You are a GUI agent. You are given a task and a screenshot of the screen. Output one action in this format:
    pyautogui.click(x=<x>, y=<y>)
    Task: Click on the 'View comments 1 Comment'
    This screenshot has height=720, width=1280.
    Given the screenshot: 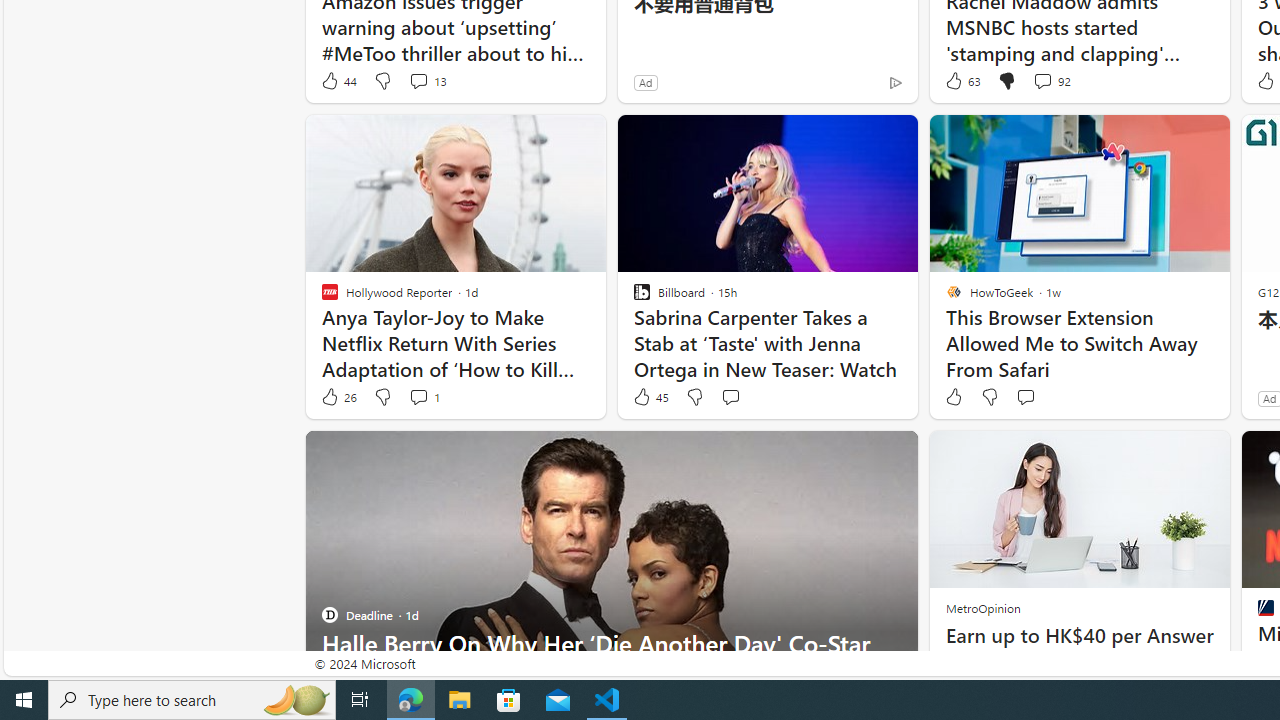 What is the action you would take?
    pyautogui.click(x=417, y=397)
    